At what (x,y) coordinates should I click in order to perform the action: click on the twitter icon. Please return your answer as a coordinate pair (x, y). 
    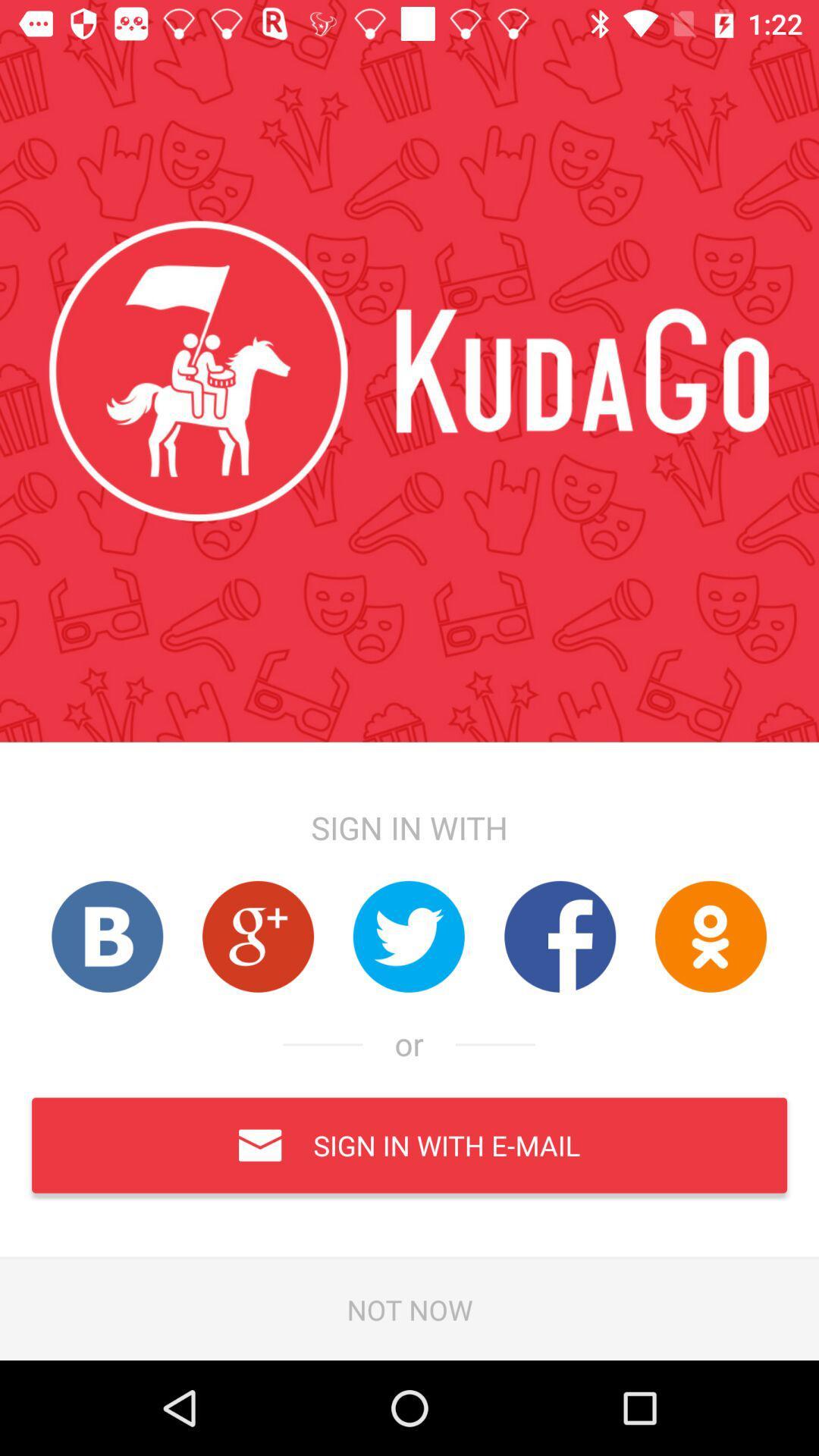
    Looking at the image, I should click on (408, 936).